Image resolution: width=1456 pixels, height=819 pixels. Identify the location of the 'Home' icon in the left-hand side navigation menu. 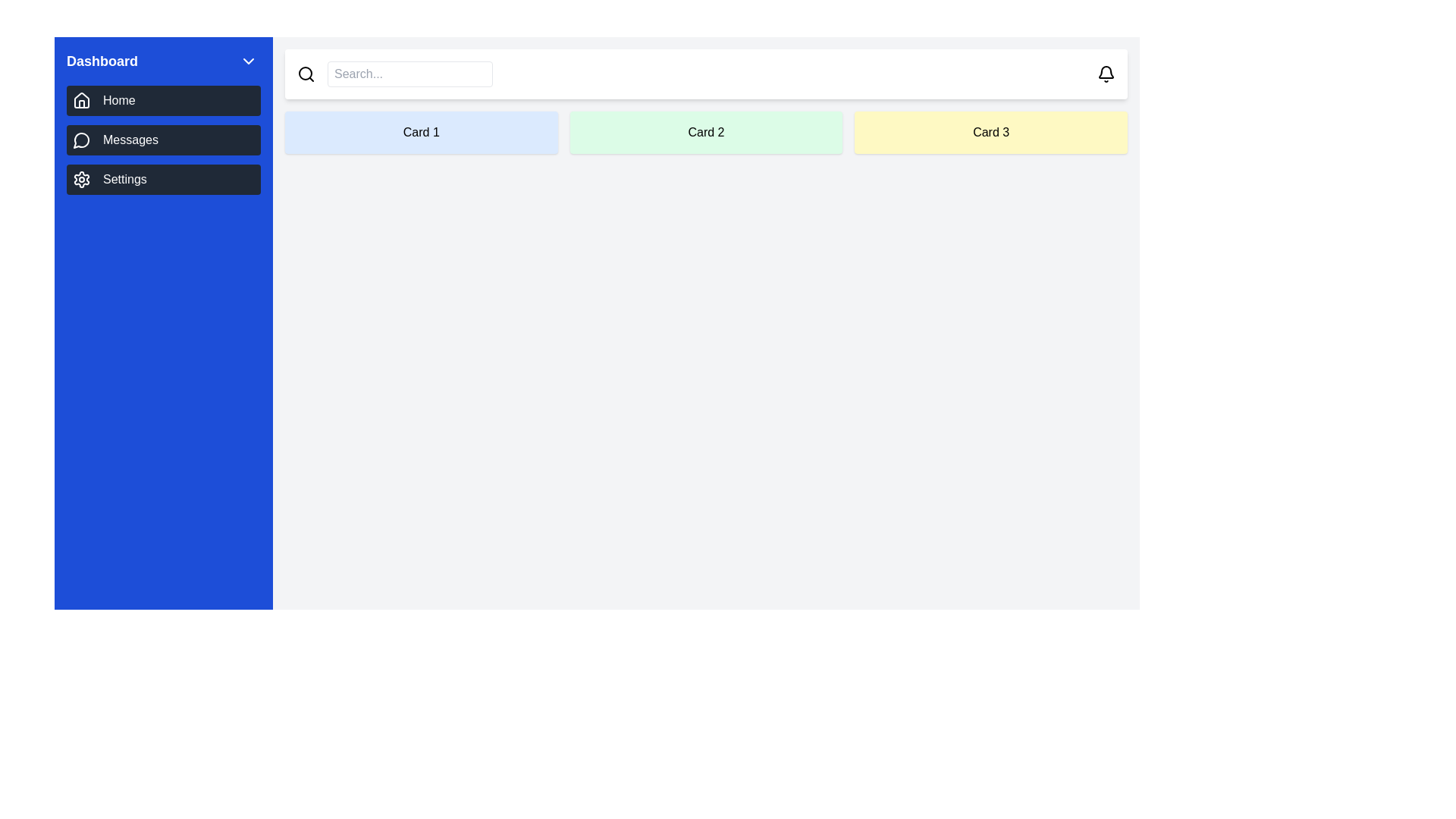
(81, 99).